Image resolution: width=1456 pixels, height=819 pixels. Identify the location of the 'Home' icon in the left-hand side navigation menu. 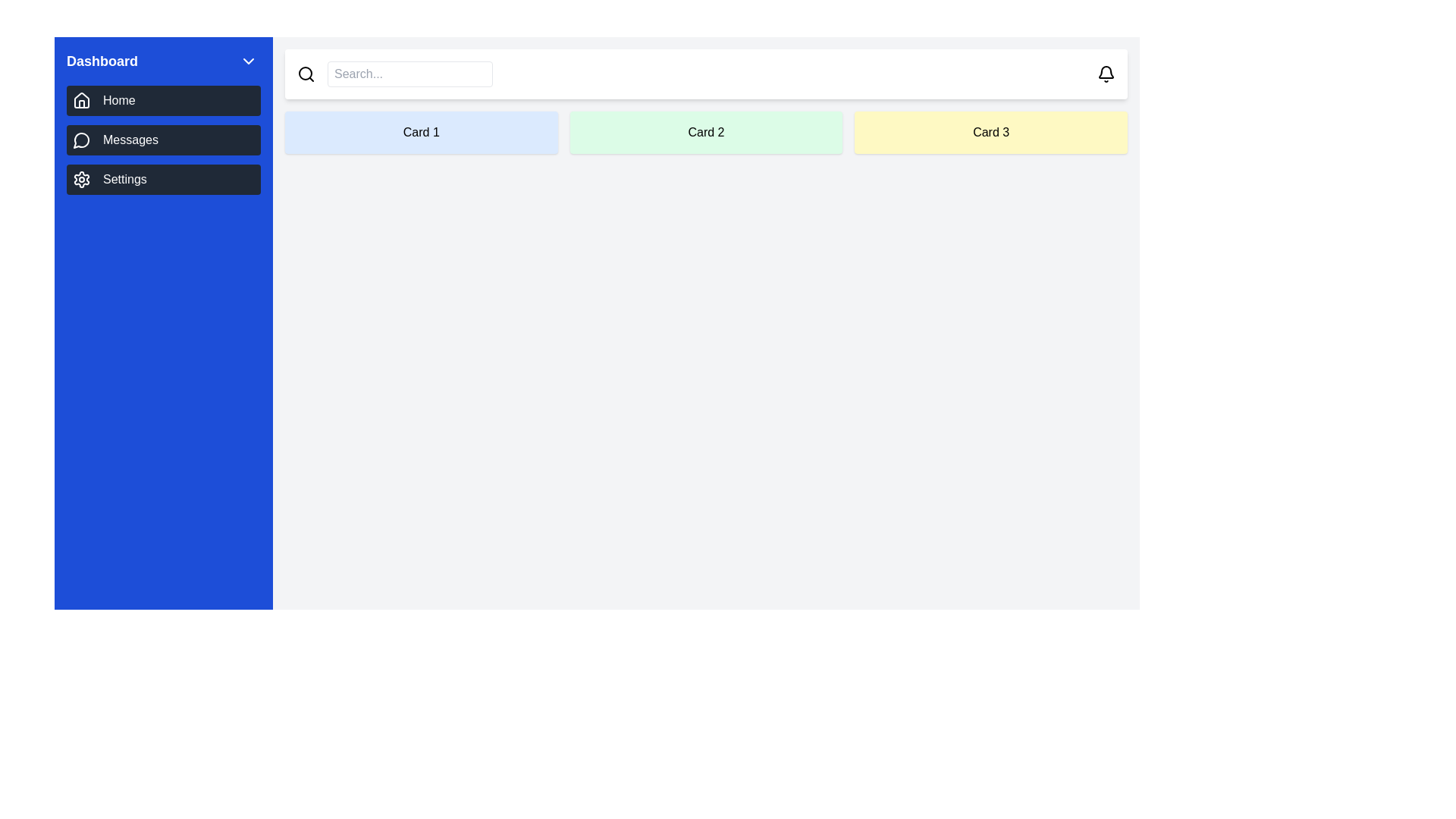
(81, 99).